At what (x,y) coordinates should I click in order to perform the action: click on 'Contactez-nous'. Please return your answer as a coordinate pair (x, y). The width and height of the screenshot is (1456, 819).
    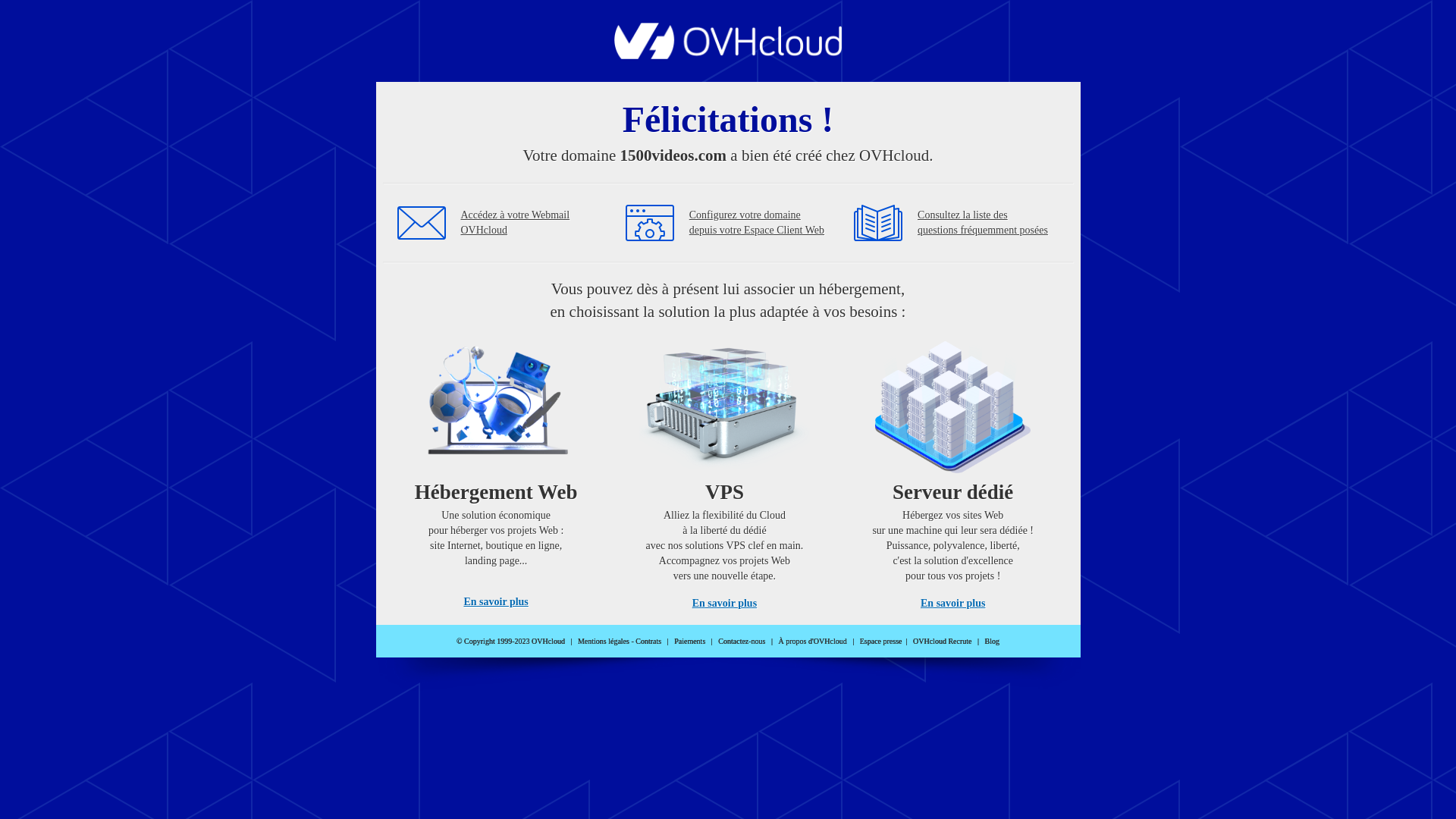
    Looking at the image, I should click on (742, 641).